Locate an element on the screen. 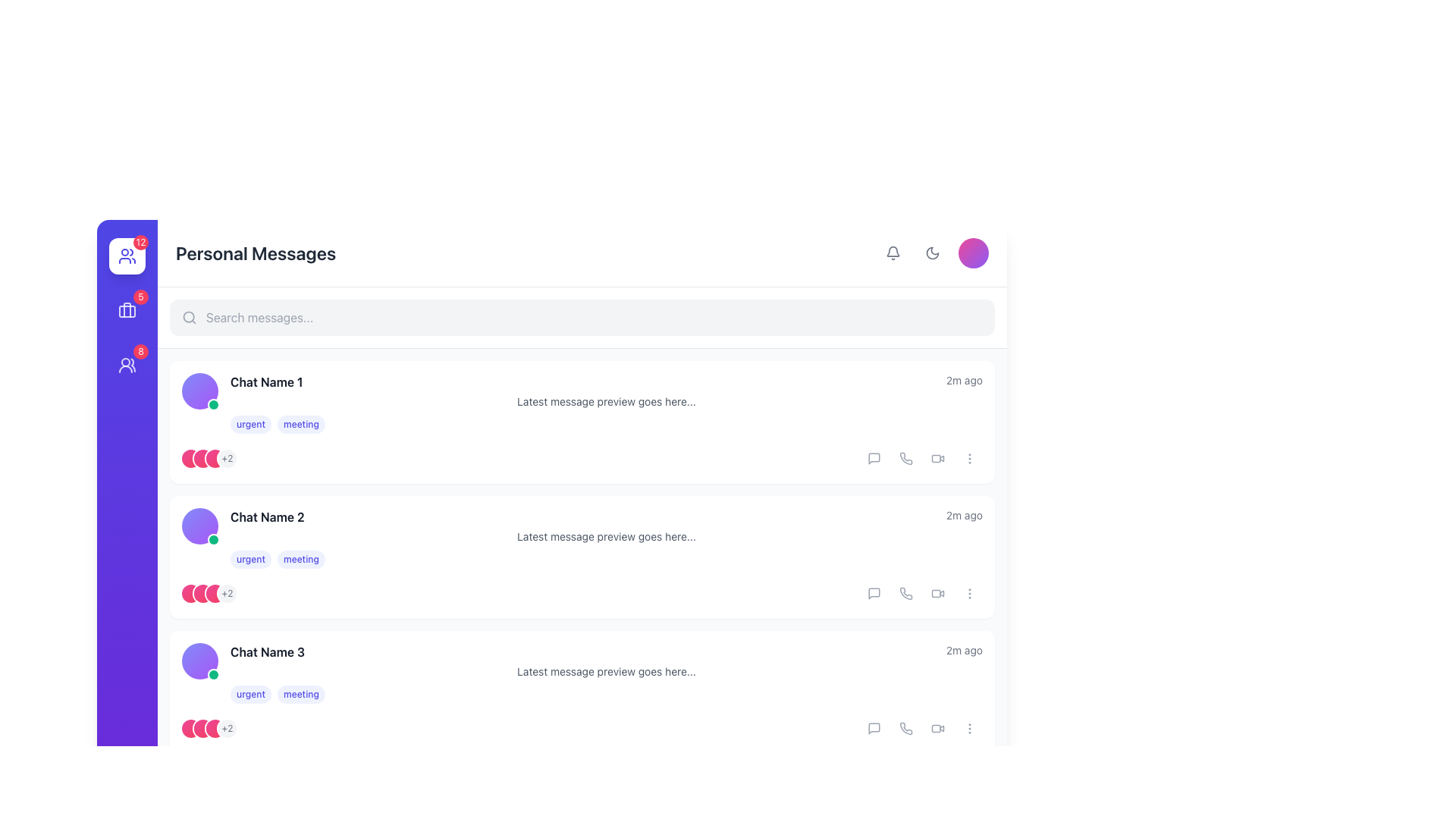  the small, stylized phone icon button located in the rightmost section of the second interaction options row to initiate a call is located at coordinates (906, 593).